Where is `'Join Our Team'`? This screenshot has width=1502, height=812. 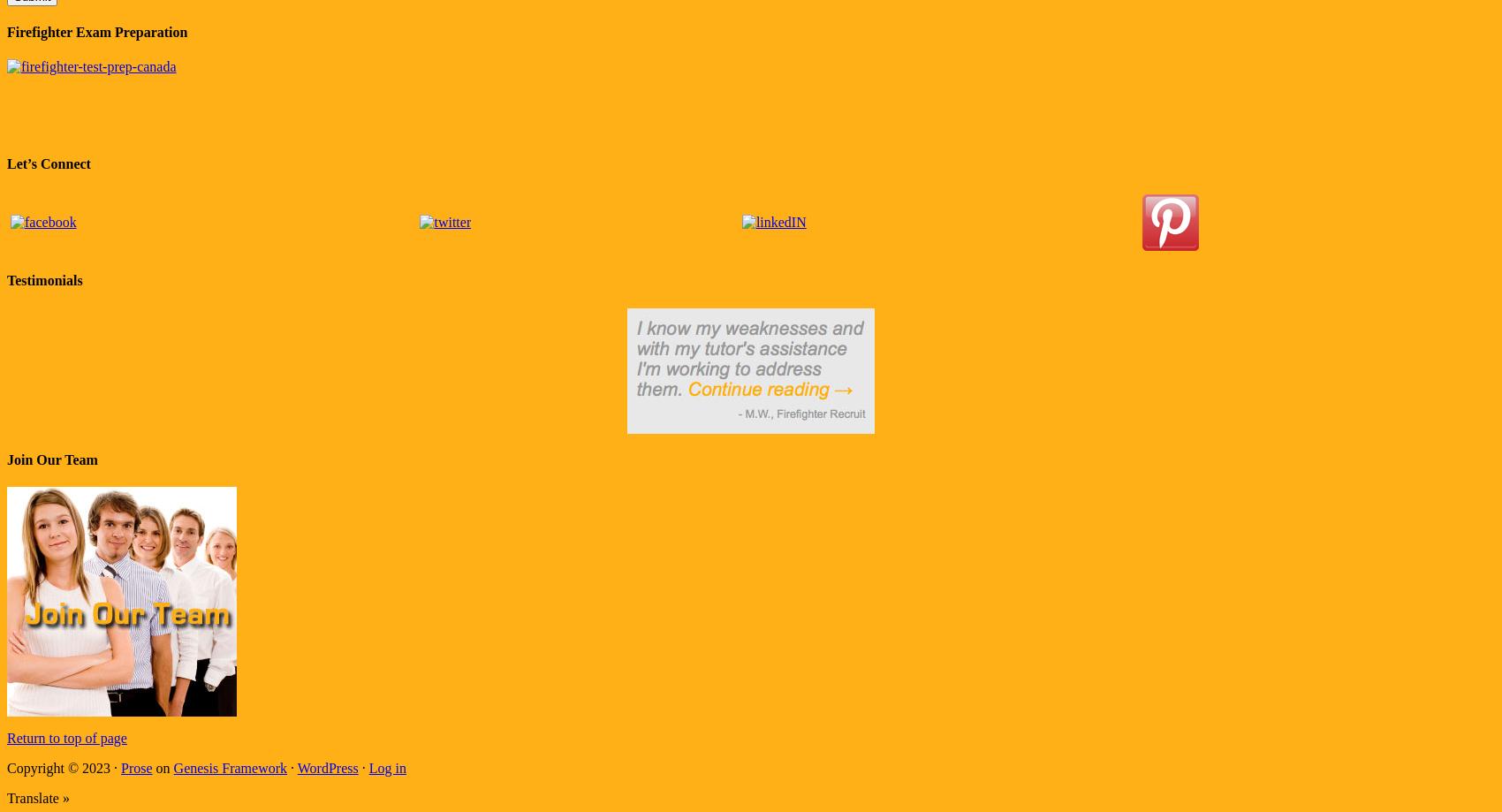 'Join Our Team' is located at coordinates (51, 458).